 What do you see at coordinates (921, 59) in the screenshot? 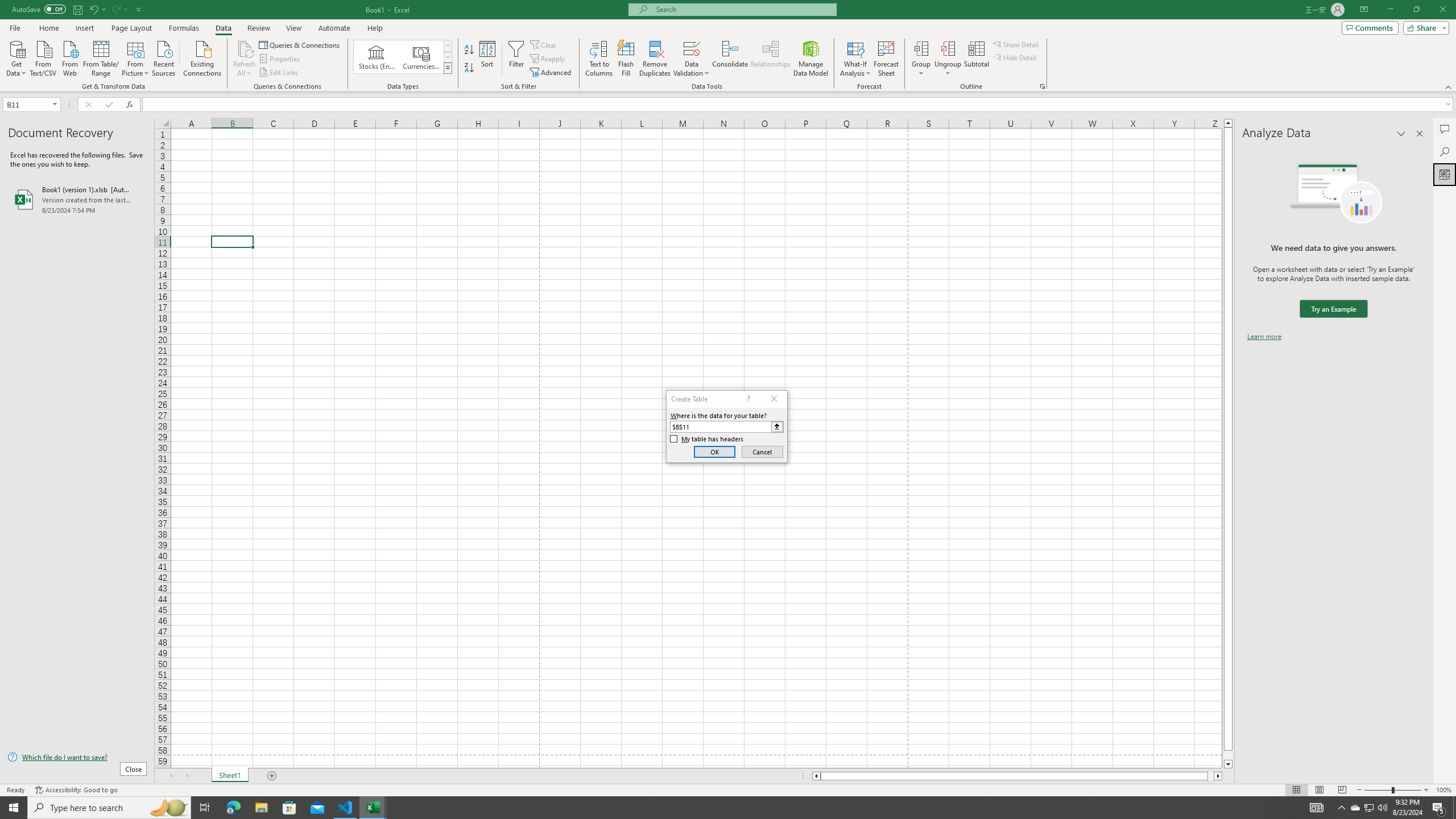
I see `'Group...'` at bounding box center [921, 59].